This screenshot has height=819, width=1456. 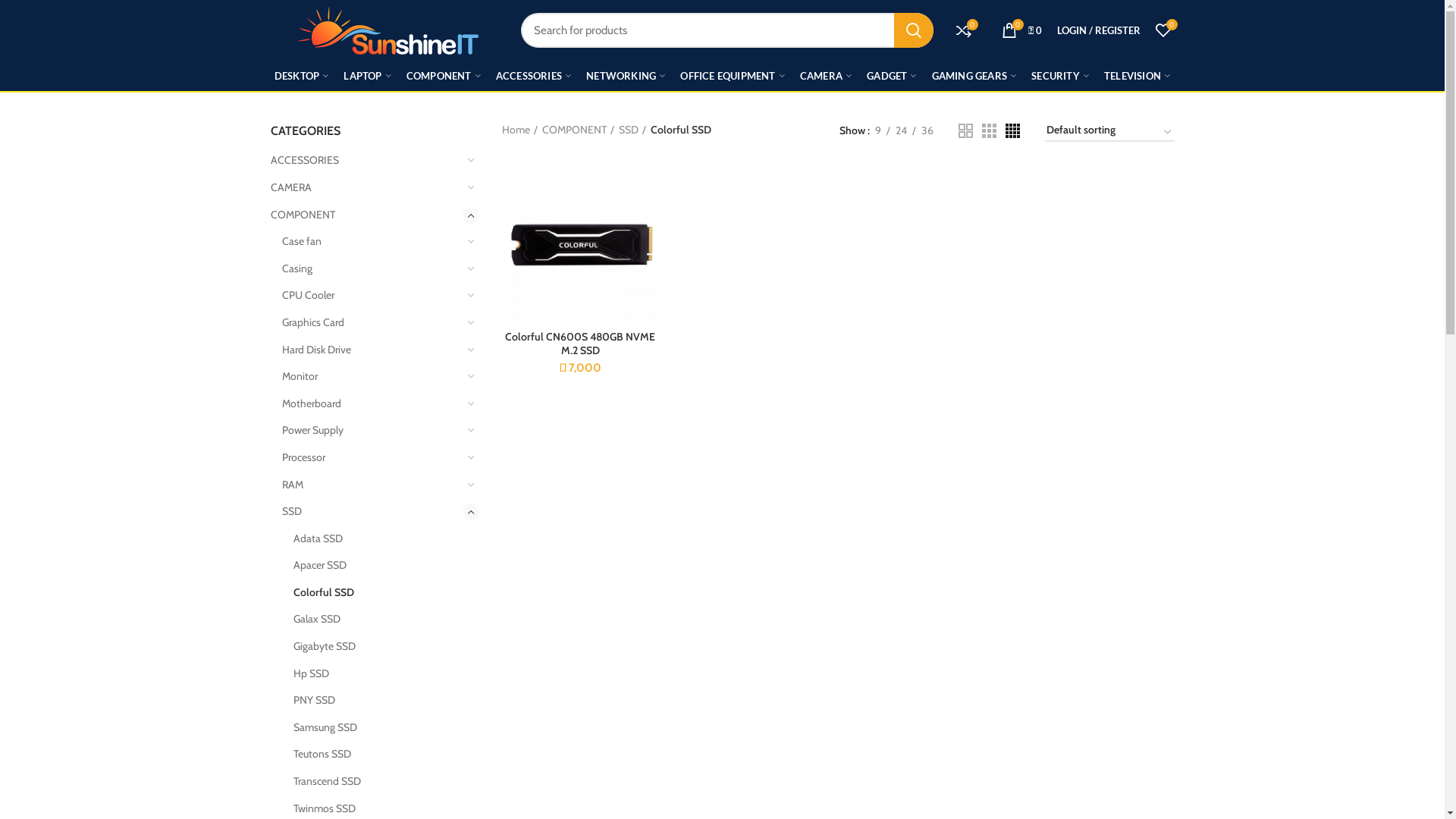 I want to click on 'Home', so click(x=519, y=130).